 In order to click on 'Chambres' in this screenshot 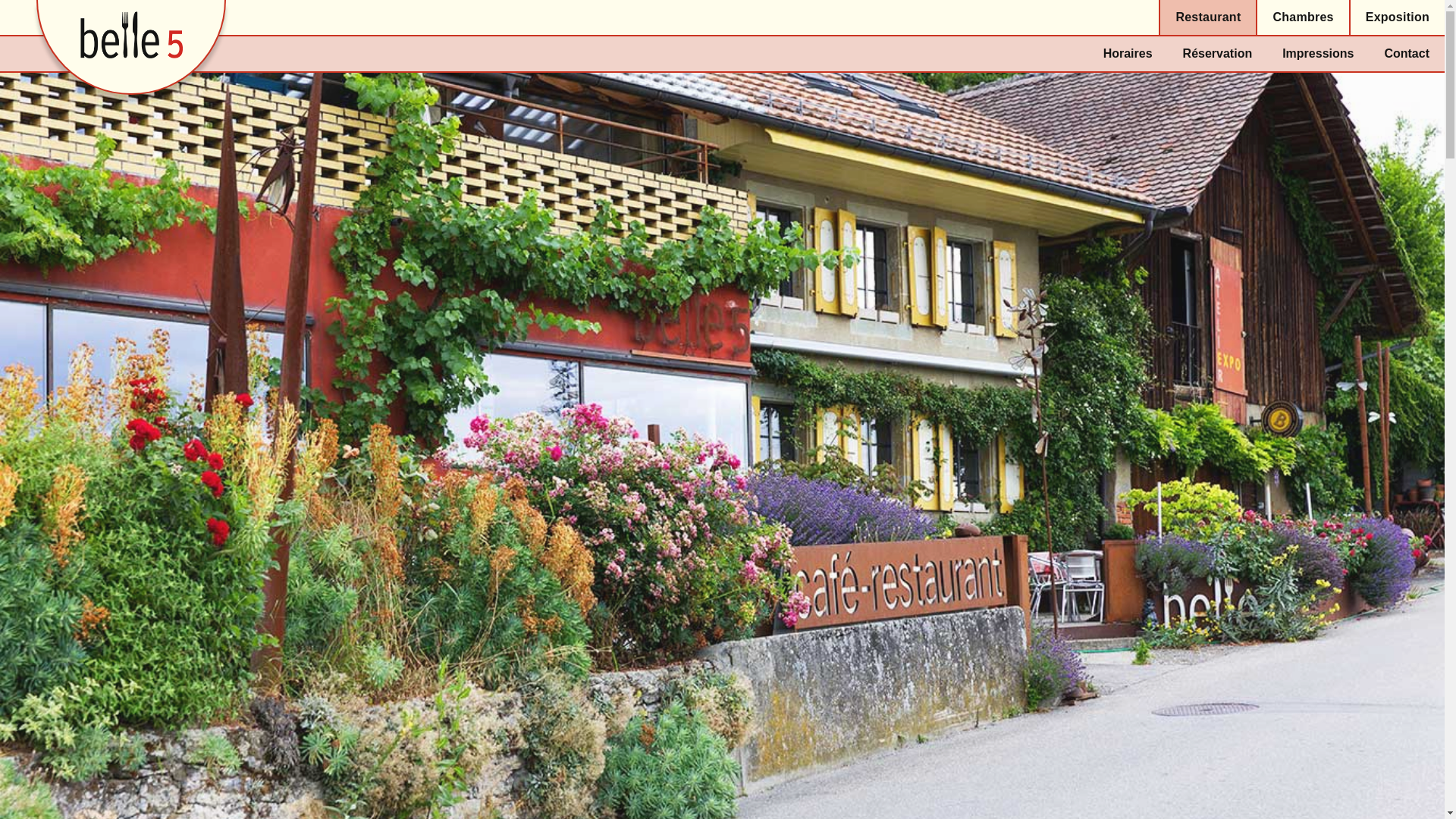, I will do `click(1302, 17)`.